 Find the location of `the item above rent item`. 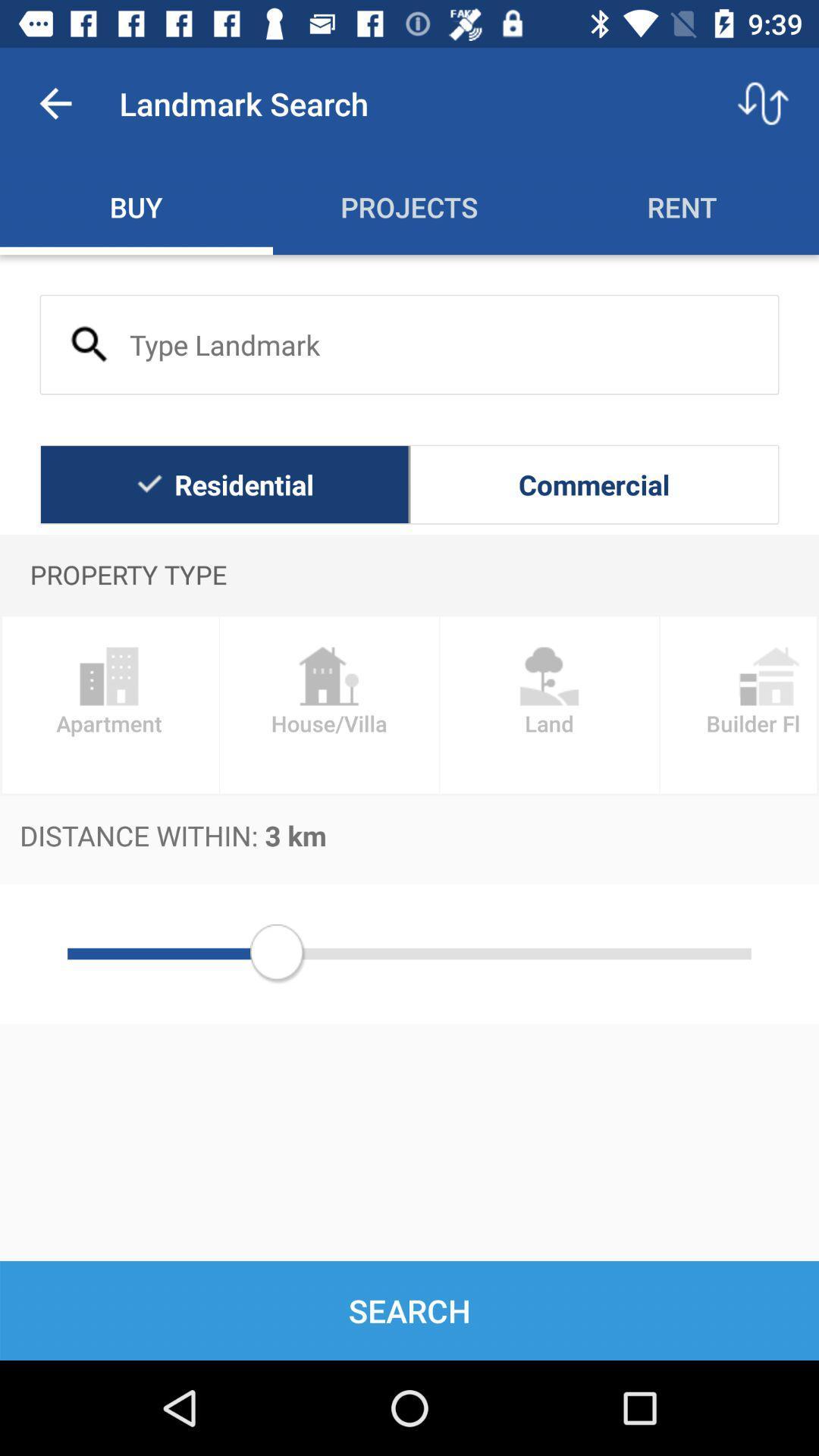

the item above rent item is located at coordinates (763, 102).